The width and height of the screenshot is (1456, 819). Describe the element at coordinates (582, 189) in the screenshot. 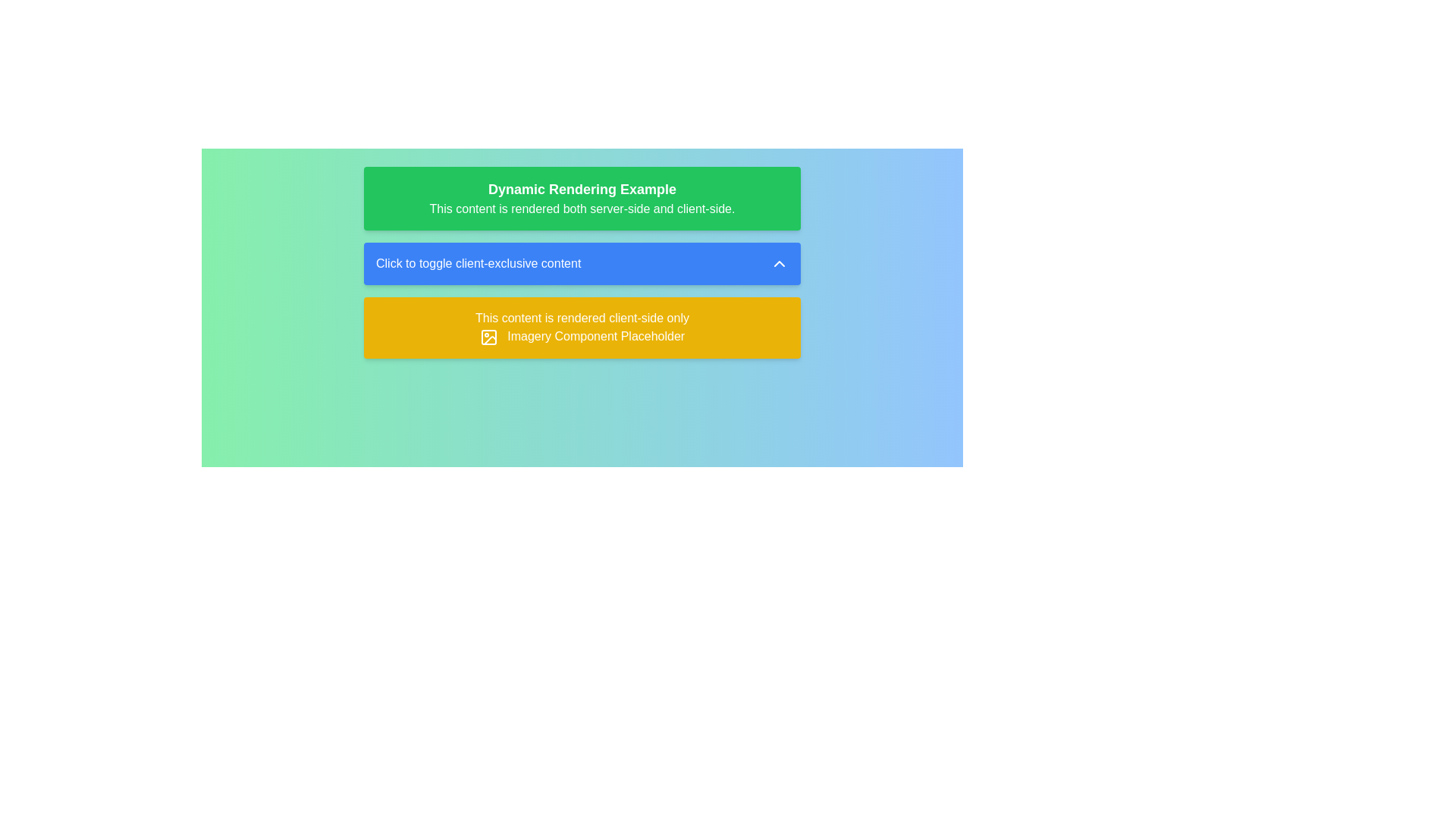

I see `the bold text labeled 'Dynamic Rendering Example', which is styled with a larger font size and white color, located on a green rectangle background near the top of the interface` at that location.